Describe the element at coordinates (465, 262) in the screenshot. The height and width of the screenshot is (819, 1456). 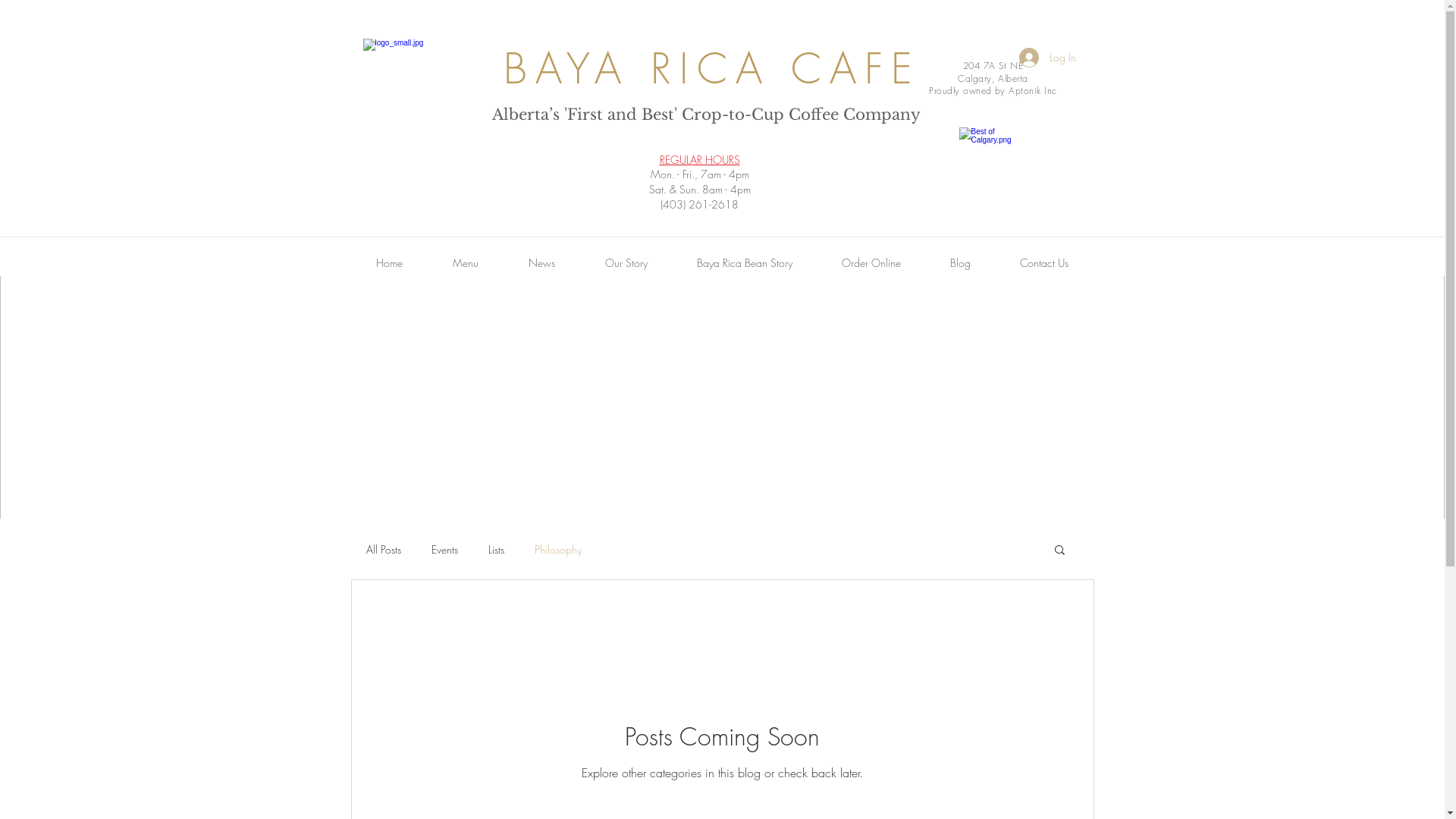
I see `'Menu'` at that location.